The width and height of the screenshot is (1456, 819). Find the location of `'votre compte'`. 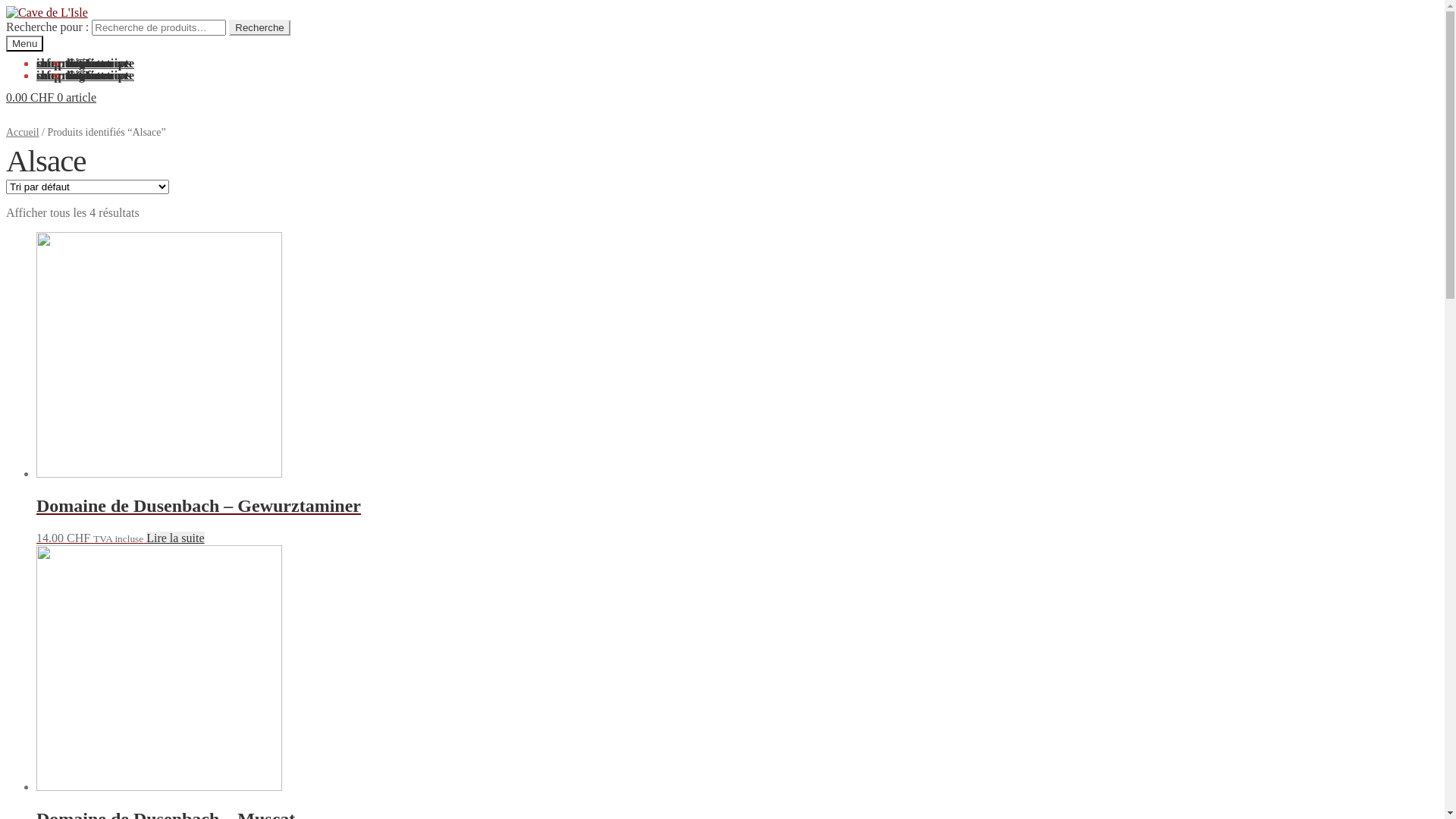

'votre compte' is located at coordinates (99, 75).